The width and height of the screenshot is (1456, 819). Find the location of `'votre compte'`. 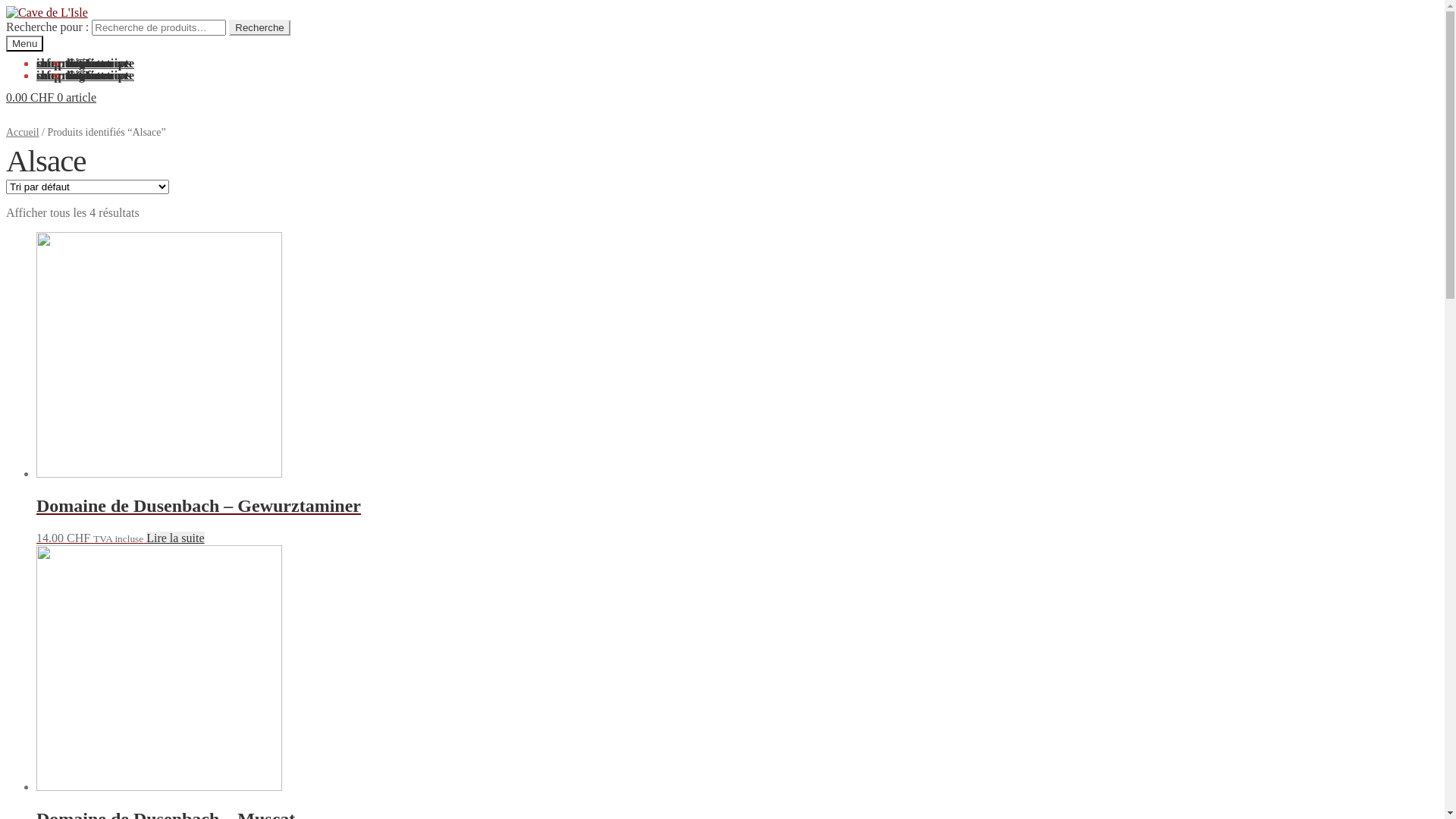

'votre compte' is located at coordinates (99, 75).